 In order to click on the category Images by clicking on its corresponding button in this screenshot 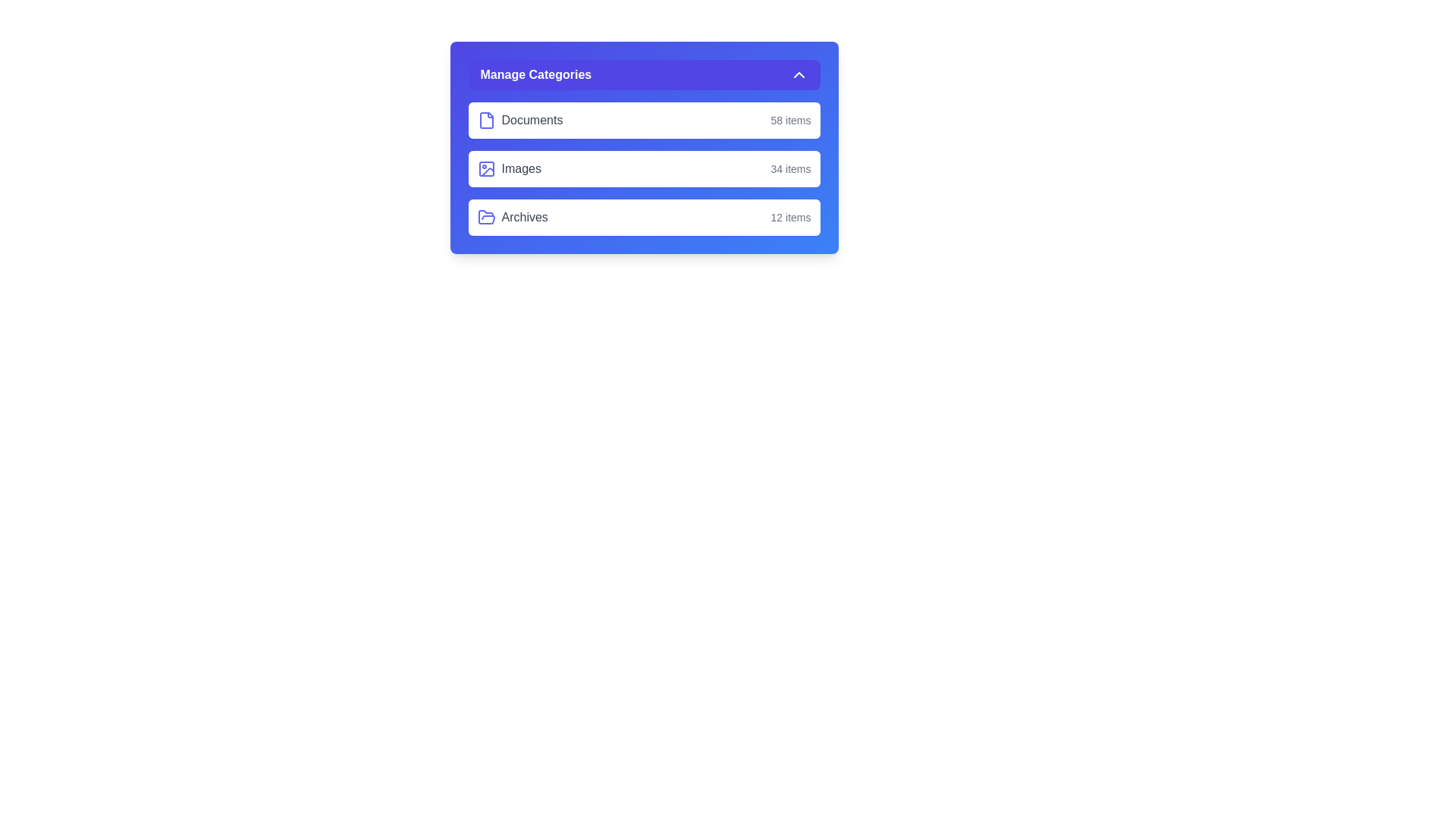, I will do `click(644, 169)`.